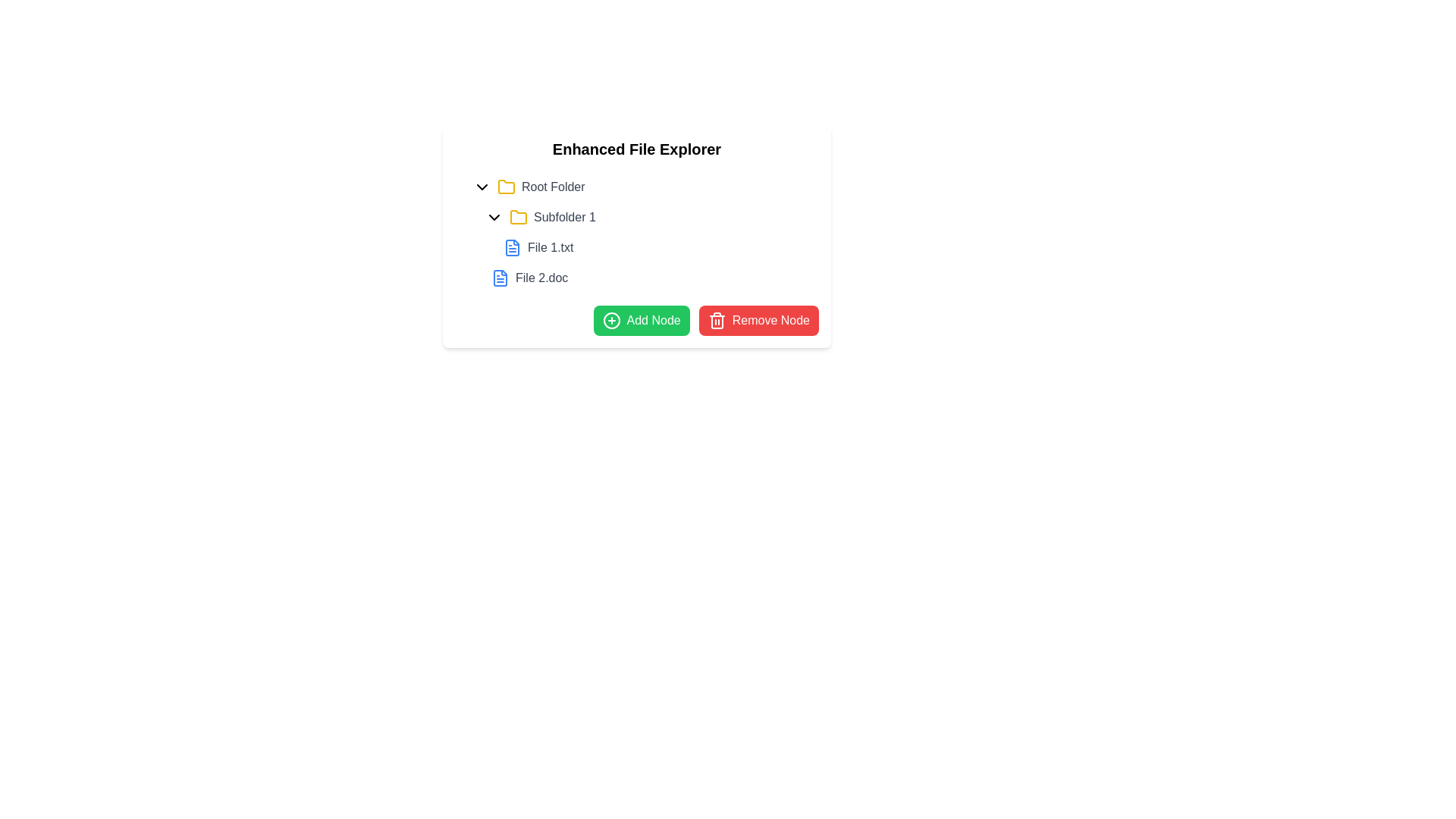 The width and height of the screenshot is (1456, 819). Describe the element at coordinates (506, 186) in the screenshot. I see `the folder represented by the leftmost icon in the row labeled 'Root Folder'` at that location.